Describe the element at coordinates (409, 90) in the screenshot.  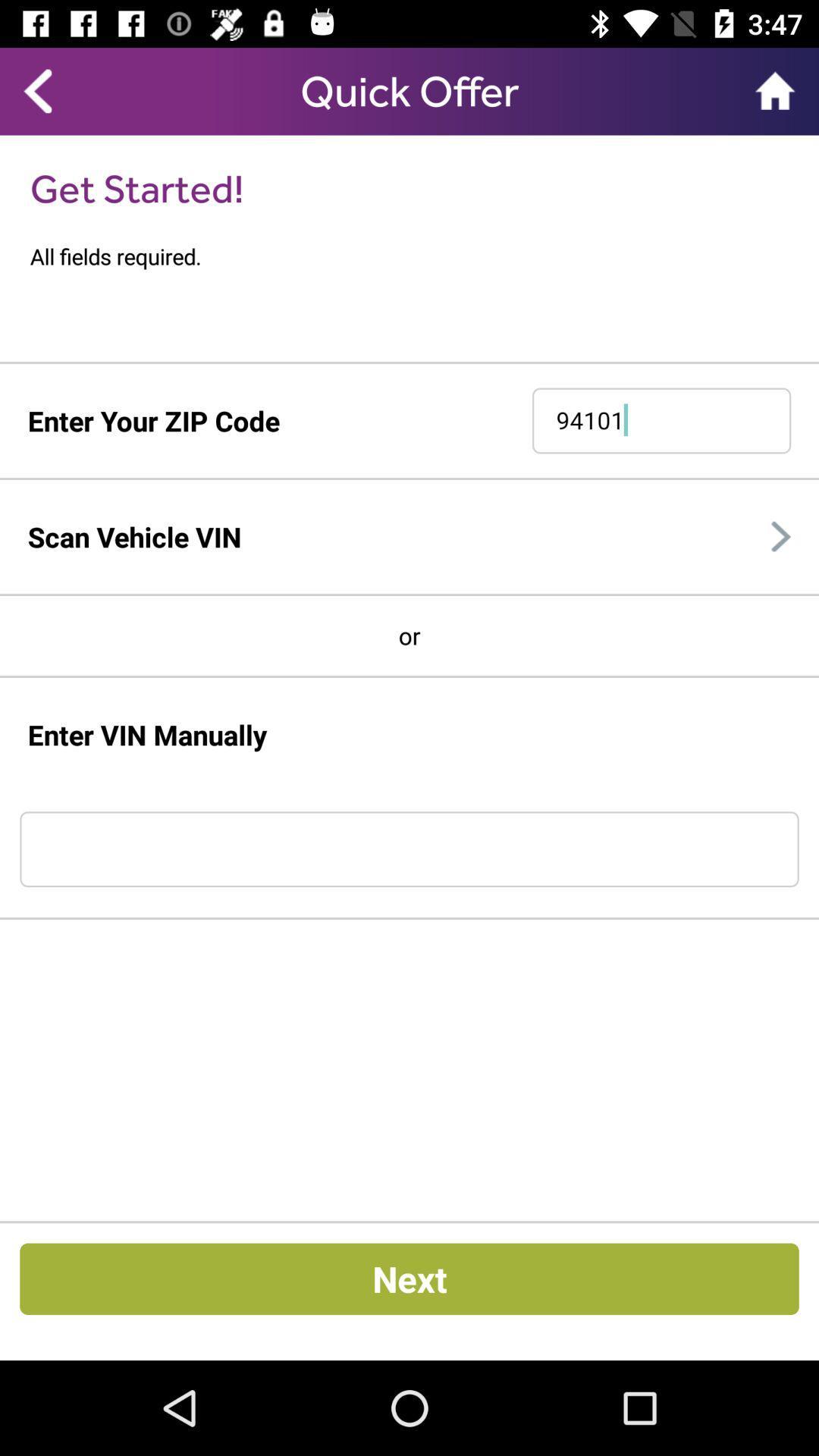
I see `header` at that location.